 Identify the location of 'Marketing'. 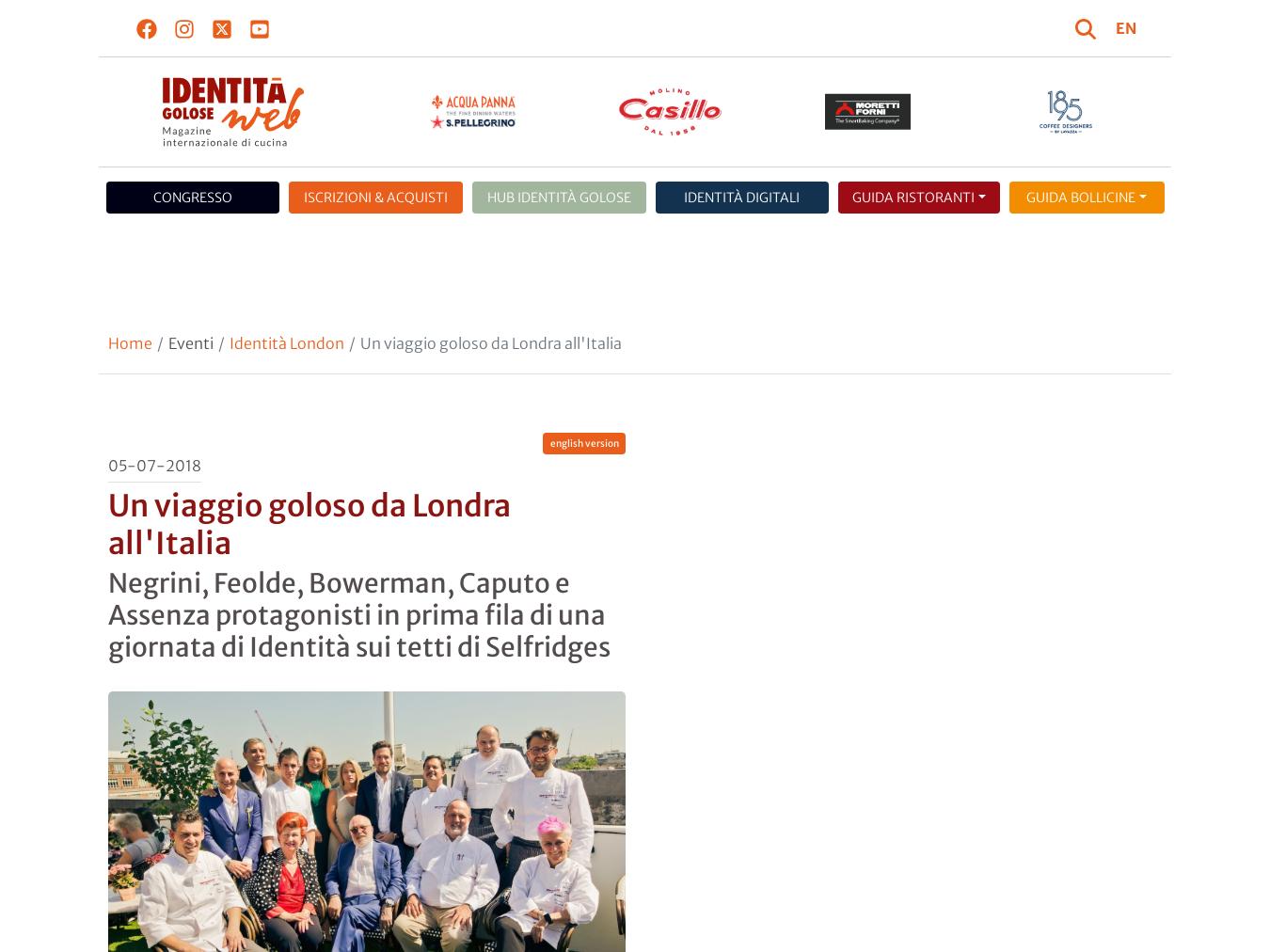
(663, 202).